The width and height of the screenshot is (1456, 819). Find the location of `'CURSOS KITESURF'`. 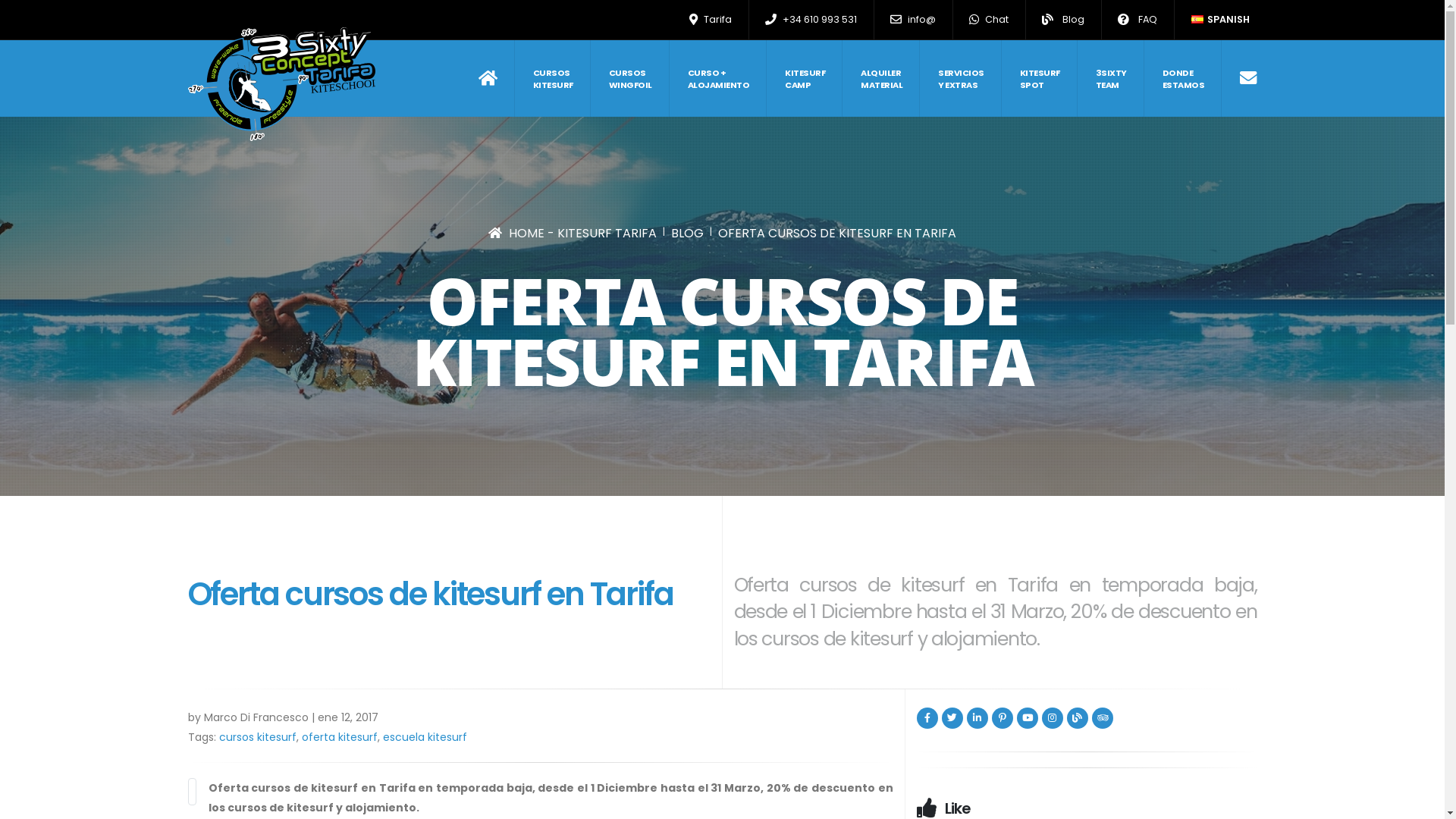

'CURSOS KITESURF' is located at coordinates (516, 78).